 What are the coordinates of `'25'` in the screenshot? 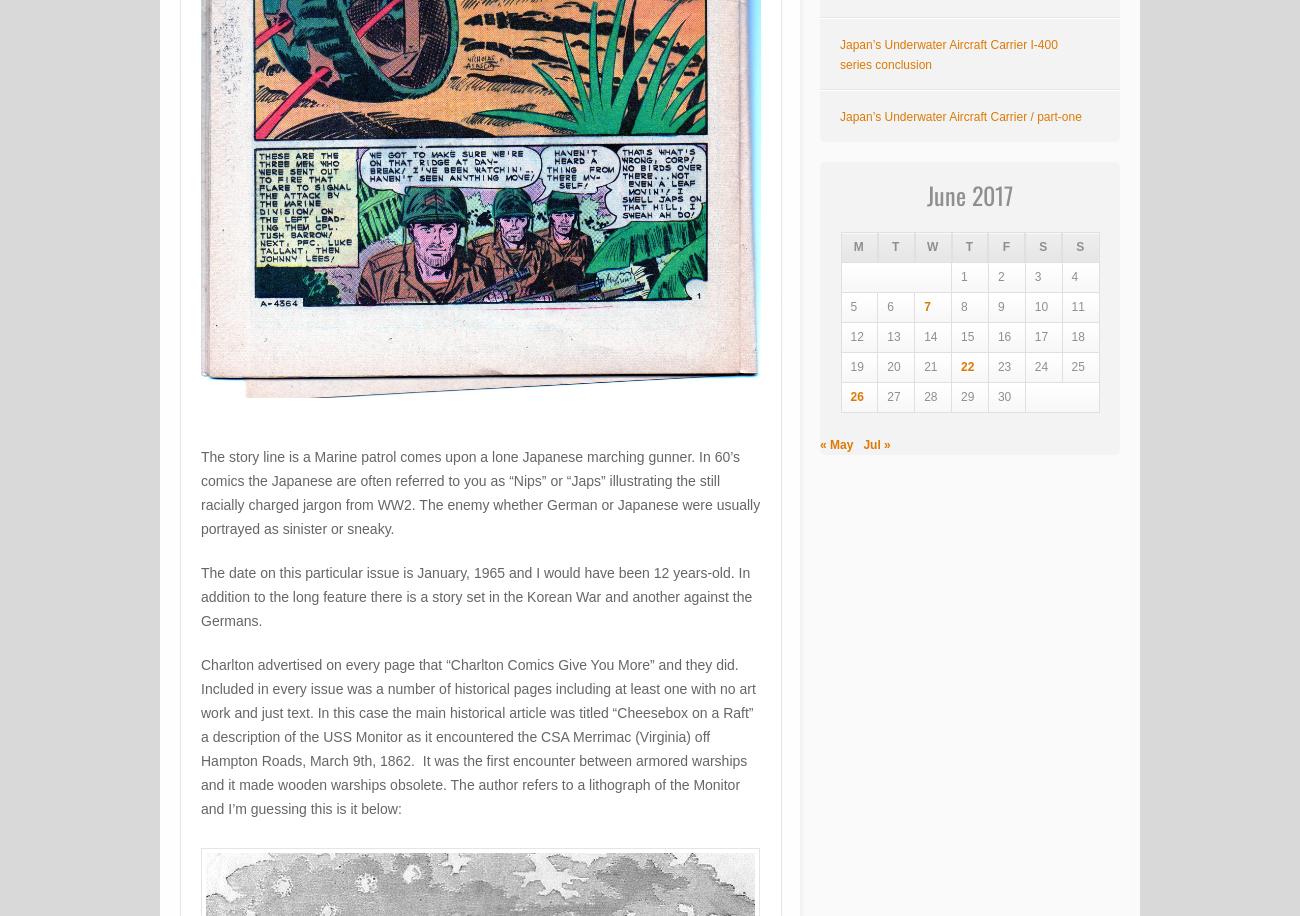 It's located at (1077, 367).